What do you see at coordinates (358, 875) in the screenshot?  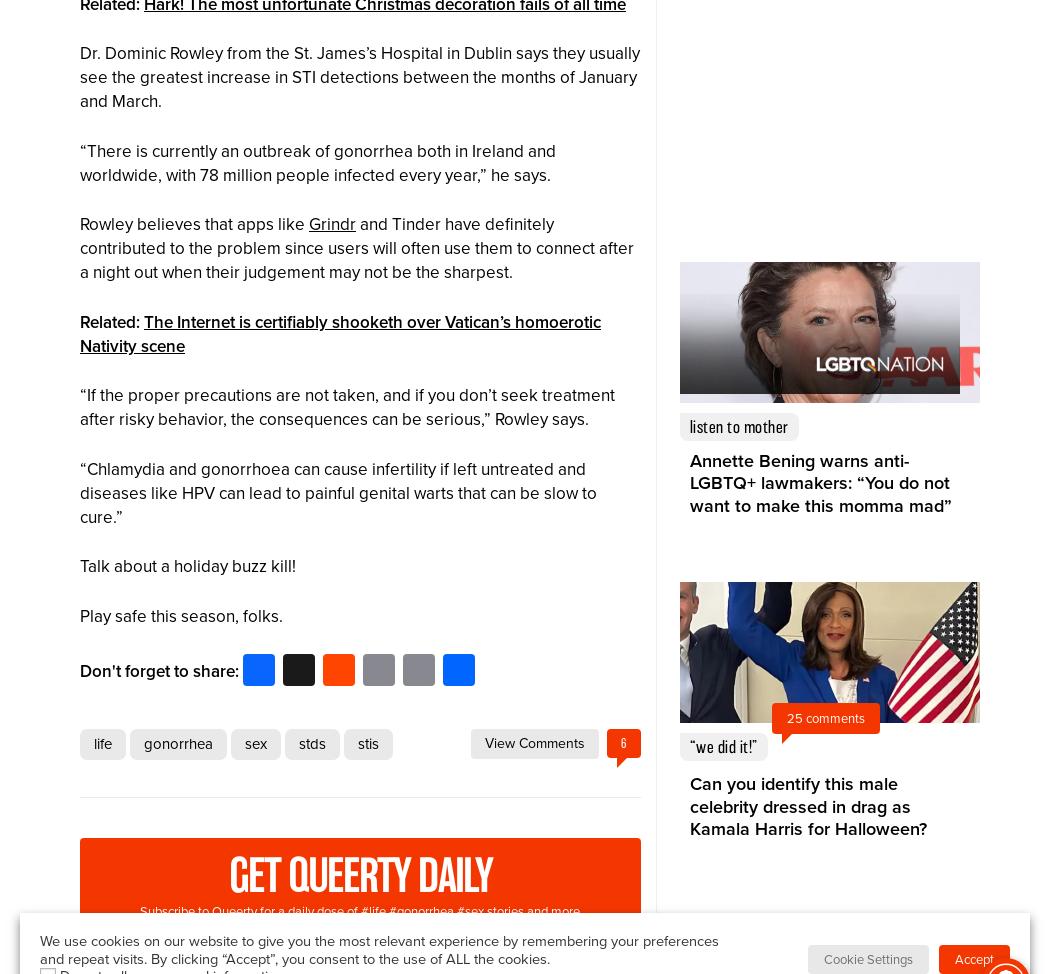 I see `'Get Queerty Daily'` at bounding box center [358, 875].